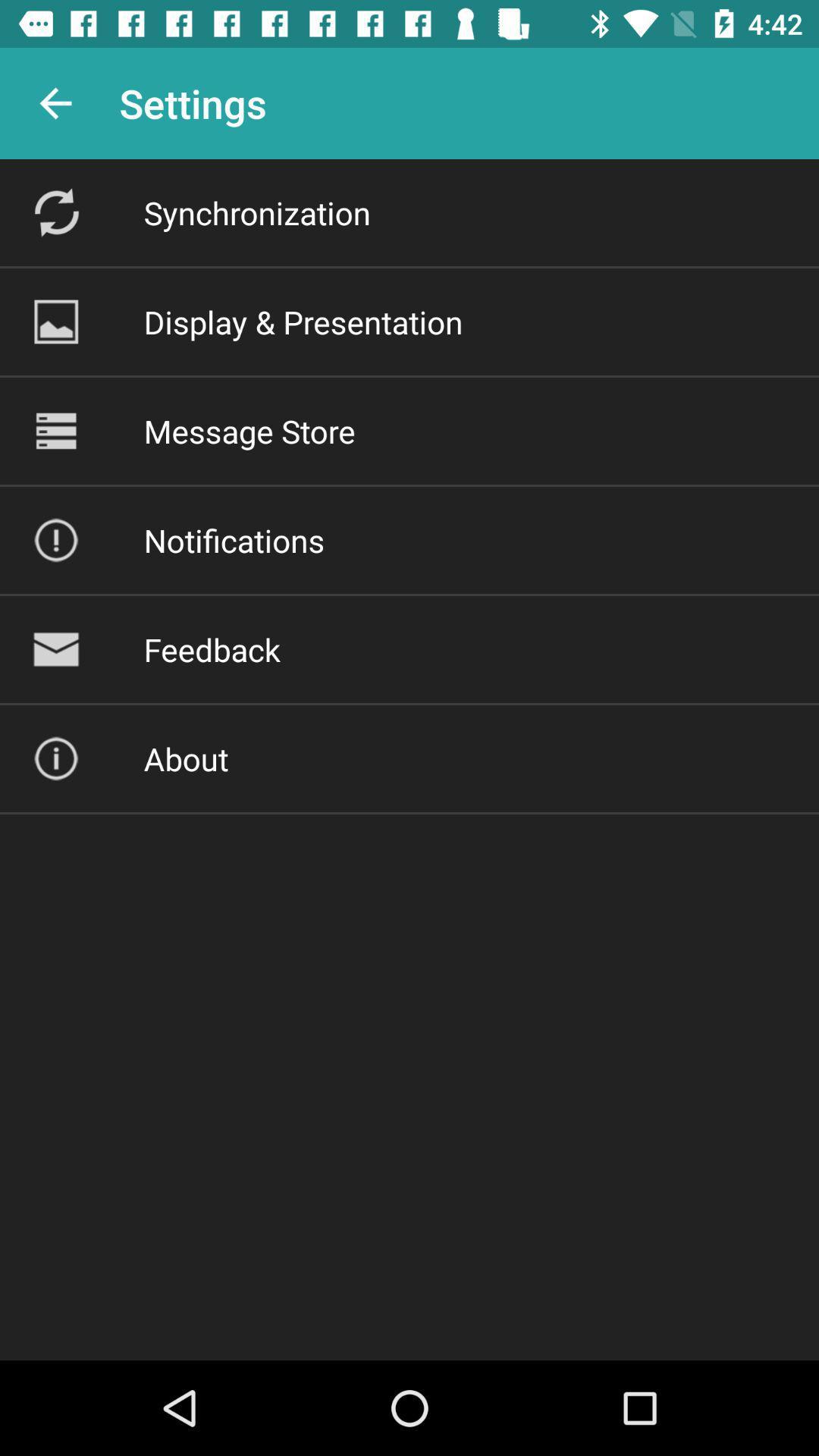 This screenshot has width=819, height=1456. What do you see at coordinates (55, 102) in the screenshot?
I see `the app to the left of settings app` at bounding box center [55, 102].